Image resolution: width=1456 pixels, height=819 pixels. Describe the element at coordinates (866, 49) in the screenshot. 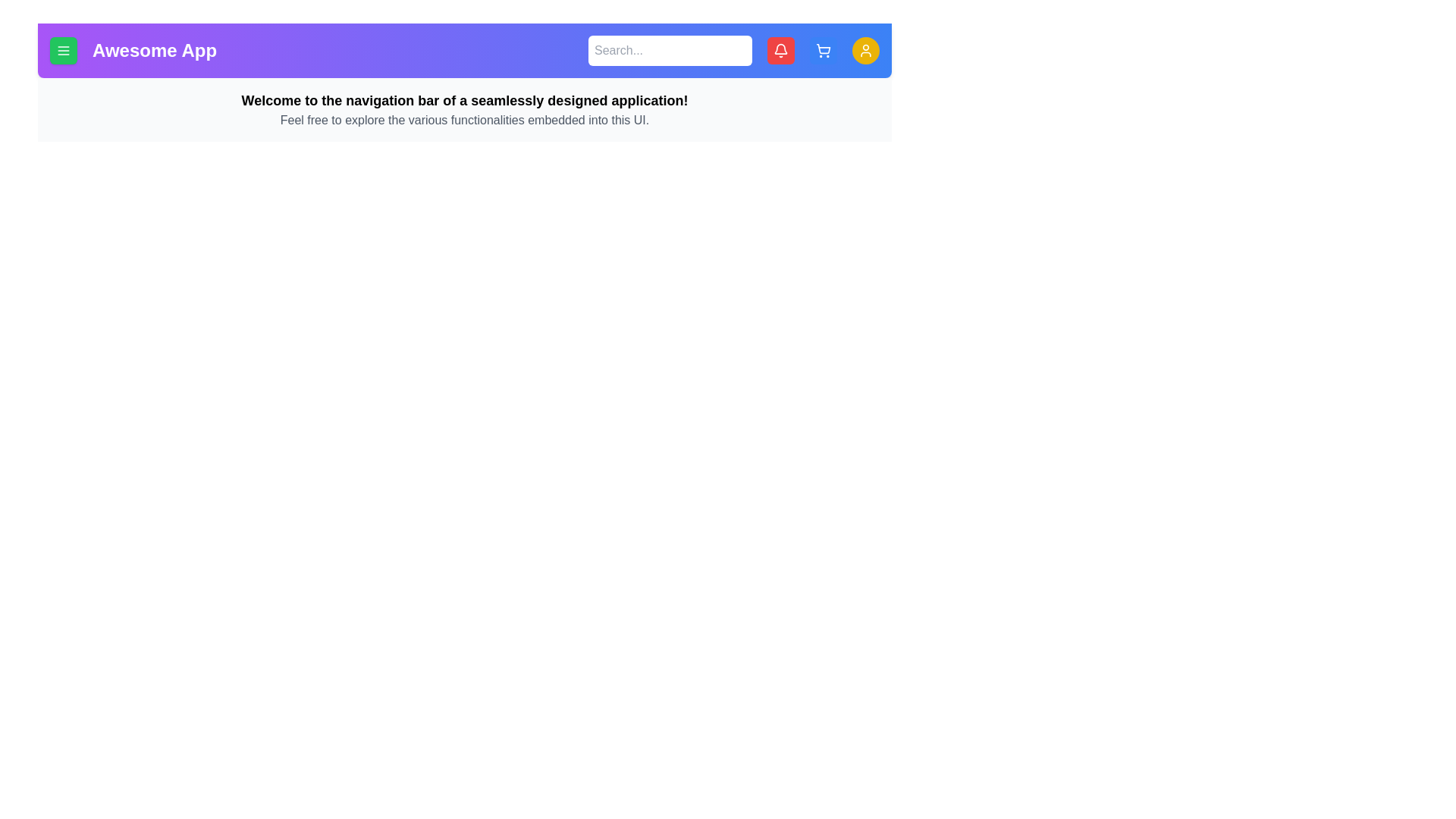

I see `the user profile button to access user settings or profile` at that location.